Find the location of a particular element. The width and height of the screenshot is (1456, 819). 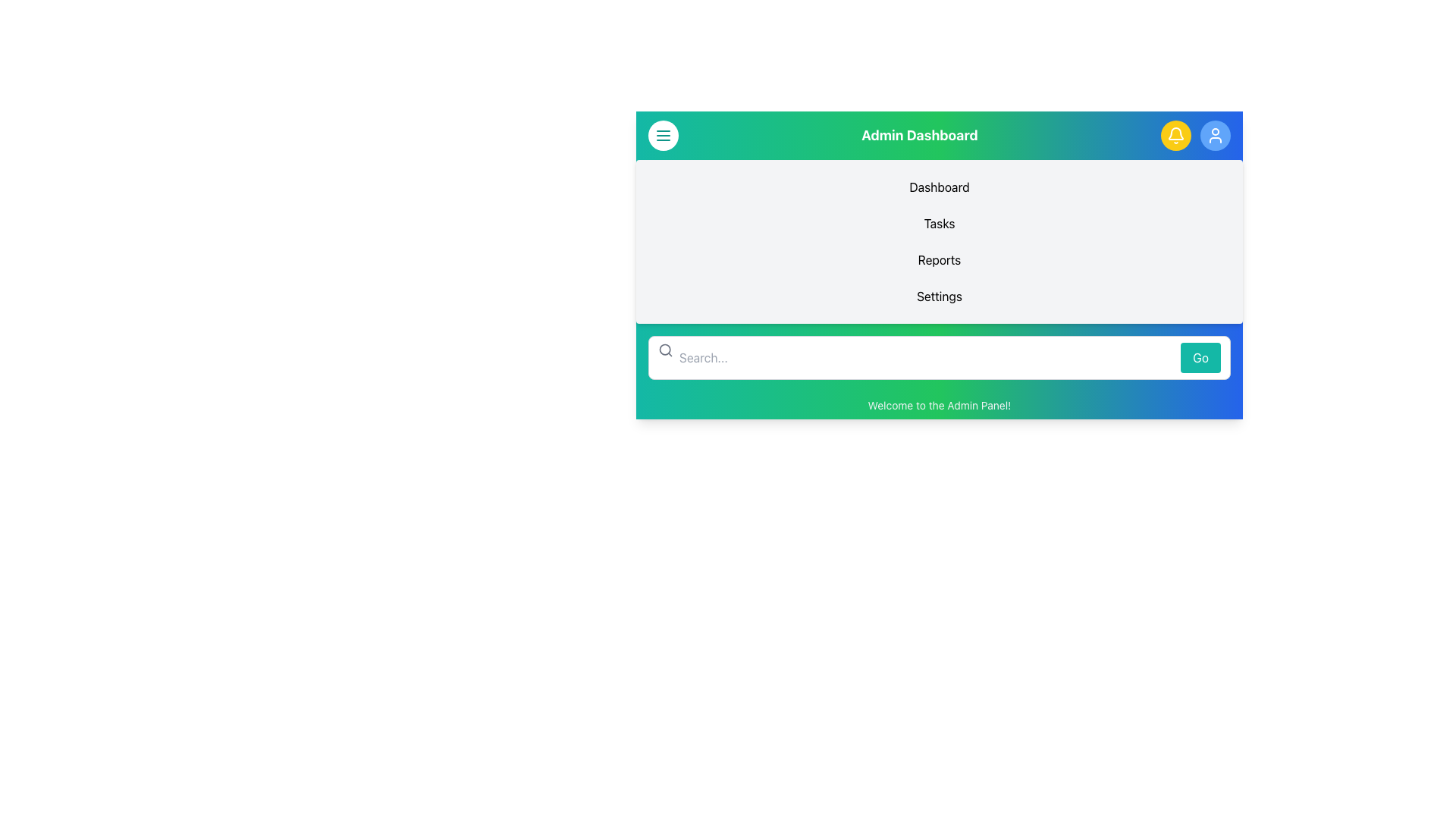

the user account SVG icon located within a clickable circular button at the top-right corner of the interface to interact via keyboard is located at coordinates (1216, 134).